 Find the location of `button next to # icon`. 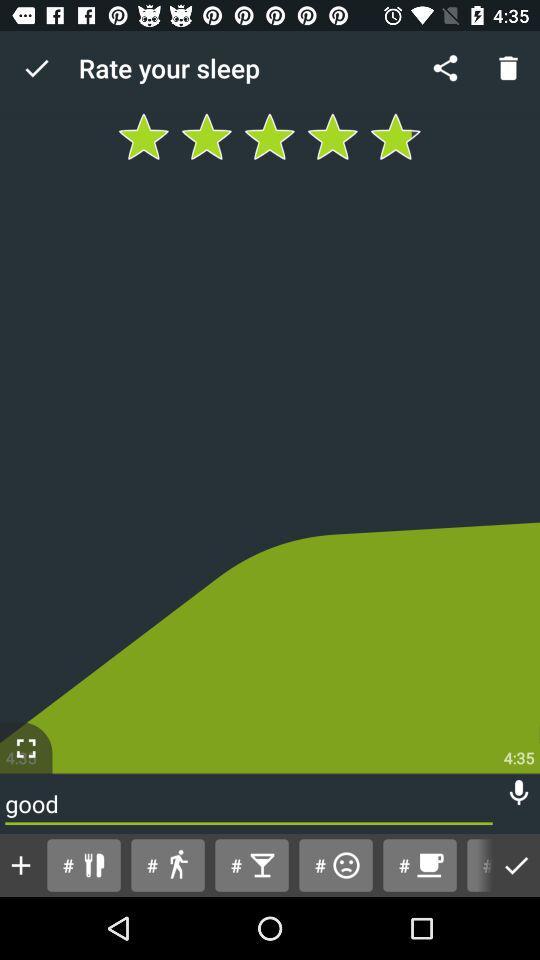

button next to # icon is located at coordinates (166, 864).